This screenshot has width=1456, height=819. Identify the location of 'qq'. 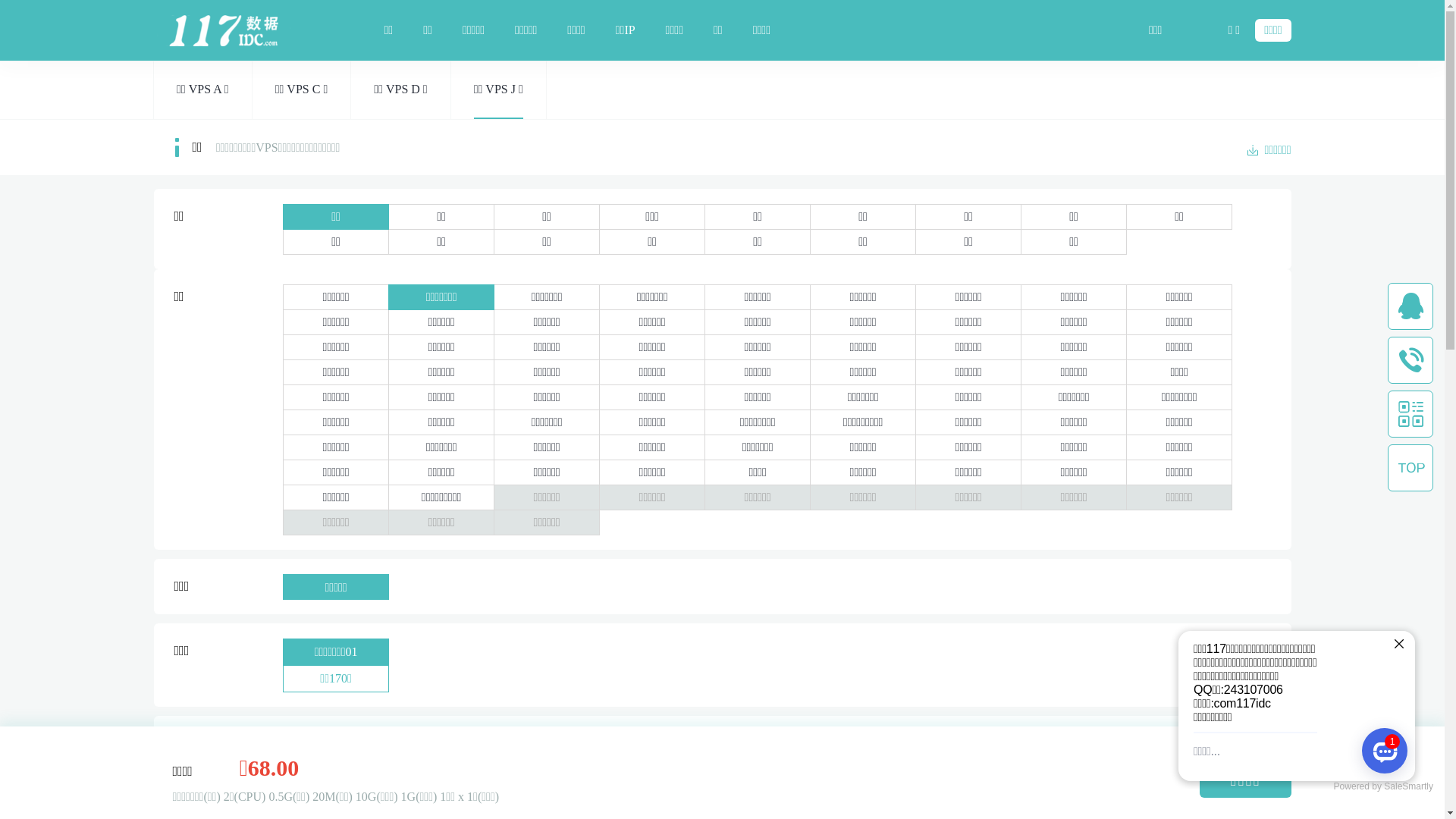
(1410, 306).